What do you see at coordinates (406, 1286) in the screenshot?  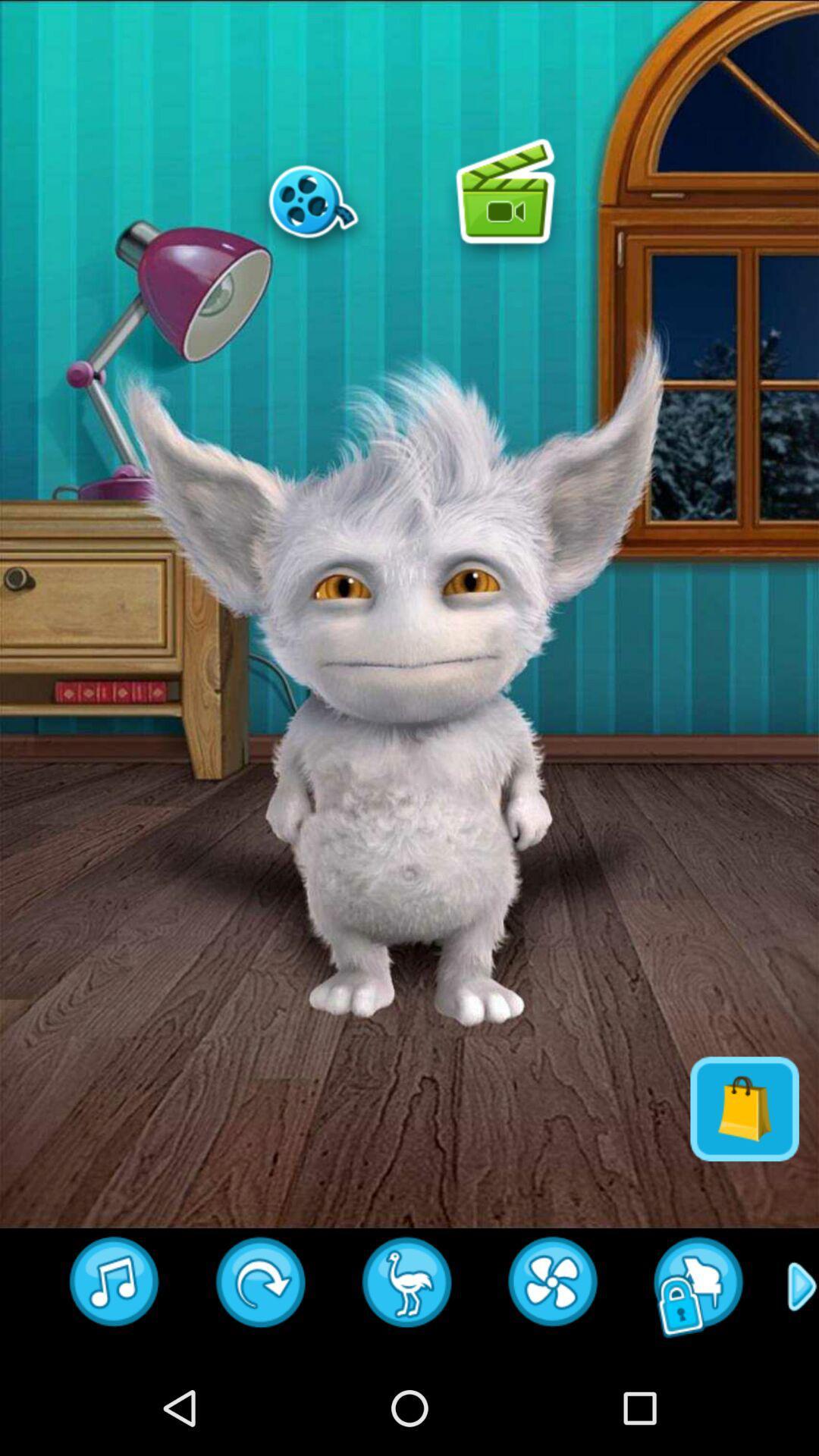 I see `insert animal` at bounding box center [406, 1286].